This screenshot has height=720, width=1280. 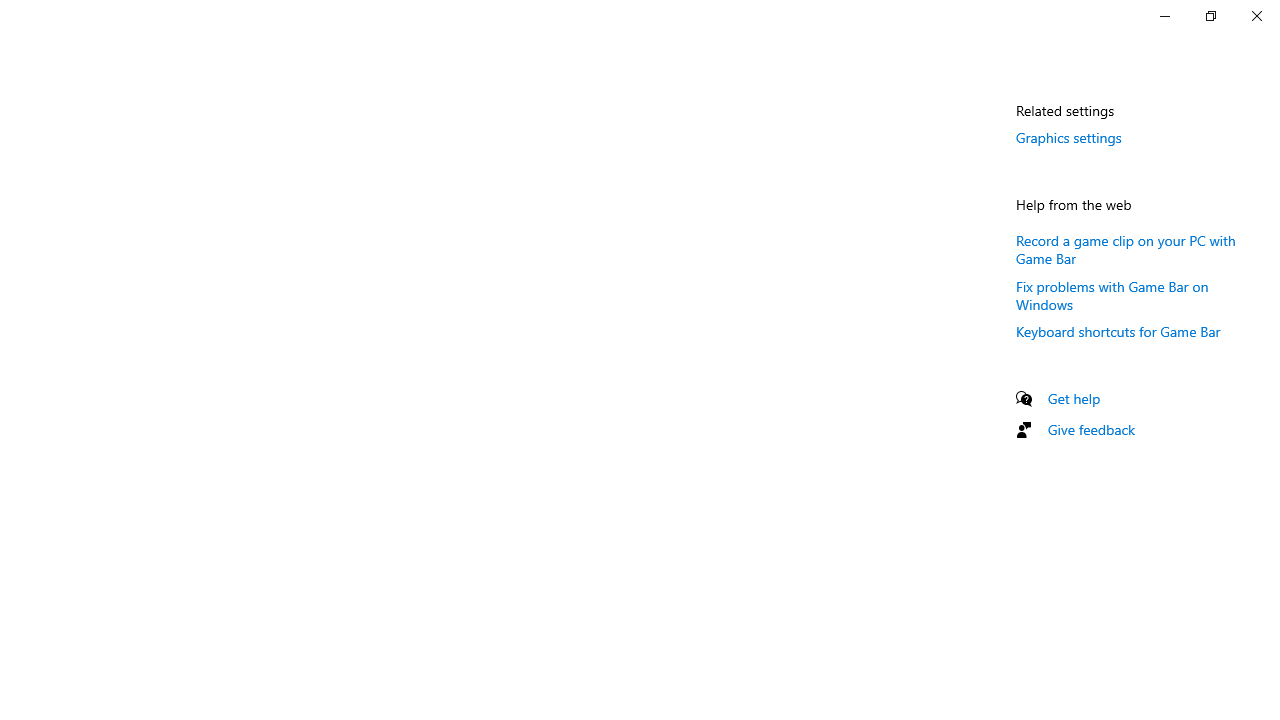 What do you see at coordinates (1073, 398) in the screenshot?
I see `'Get help'` at bounding box center [1073, 398].